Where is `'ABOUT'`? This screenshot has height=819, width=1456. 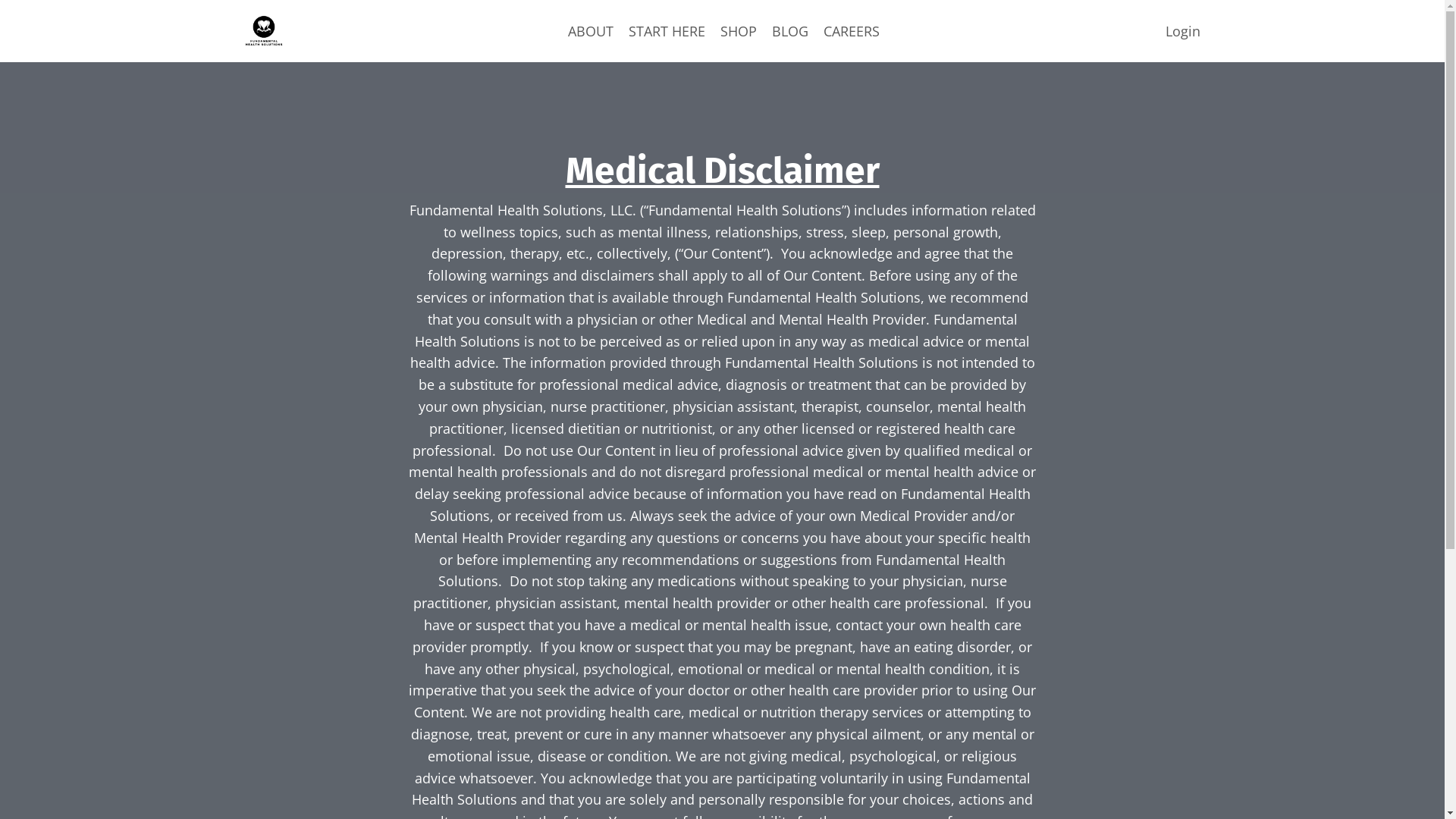
'ABOUT' is located at coordinates (566, 31).